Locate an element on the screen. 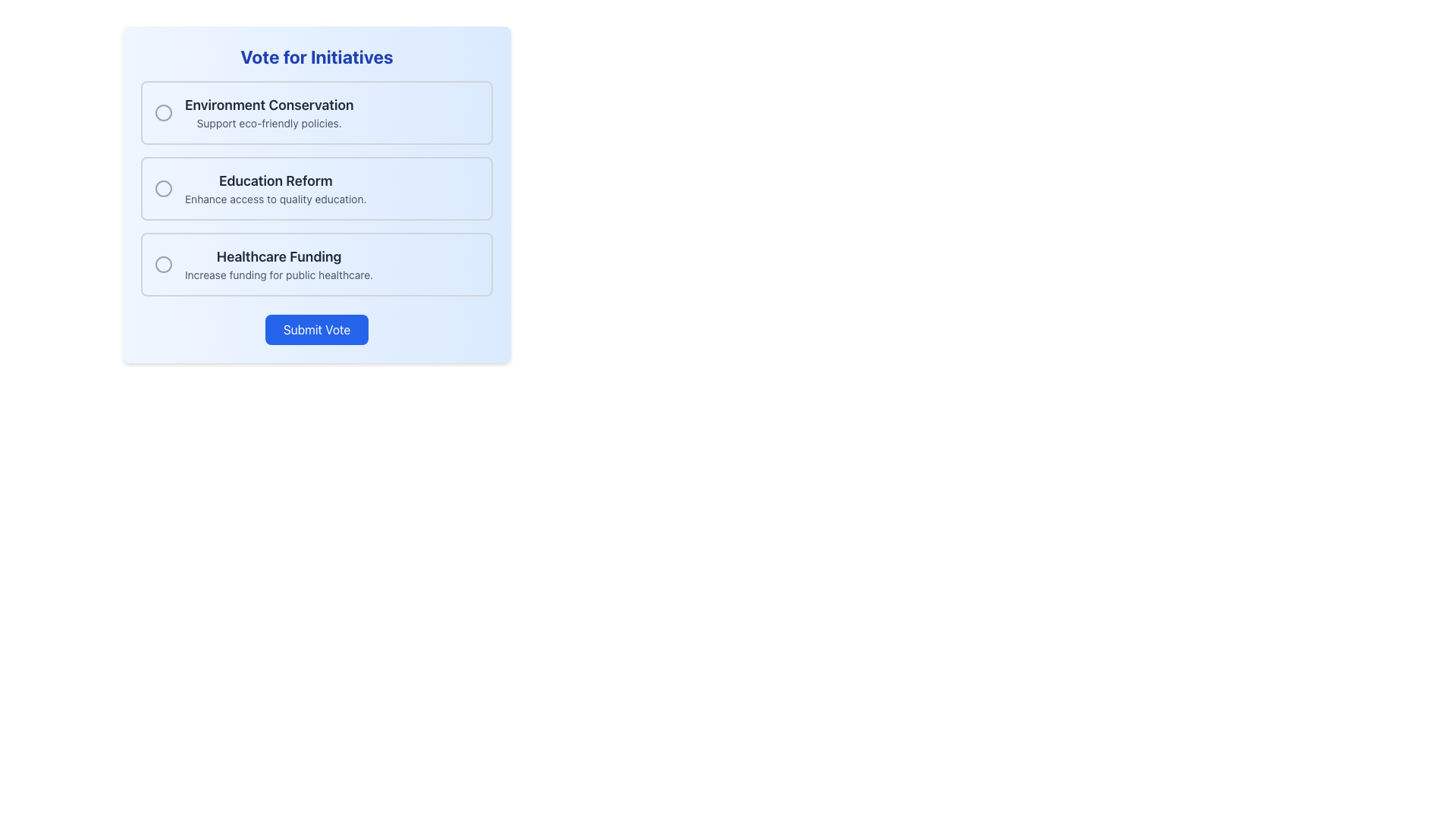  the text element that displays 'Healthcare Funding' and its subtitle 'Increase funding for public healthcare', which is located between 'Education Reform' and the 'Submit Vote' button is located at coordinates (279, 263).